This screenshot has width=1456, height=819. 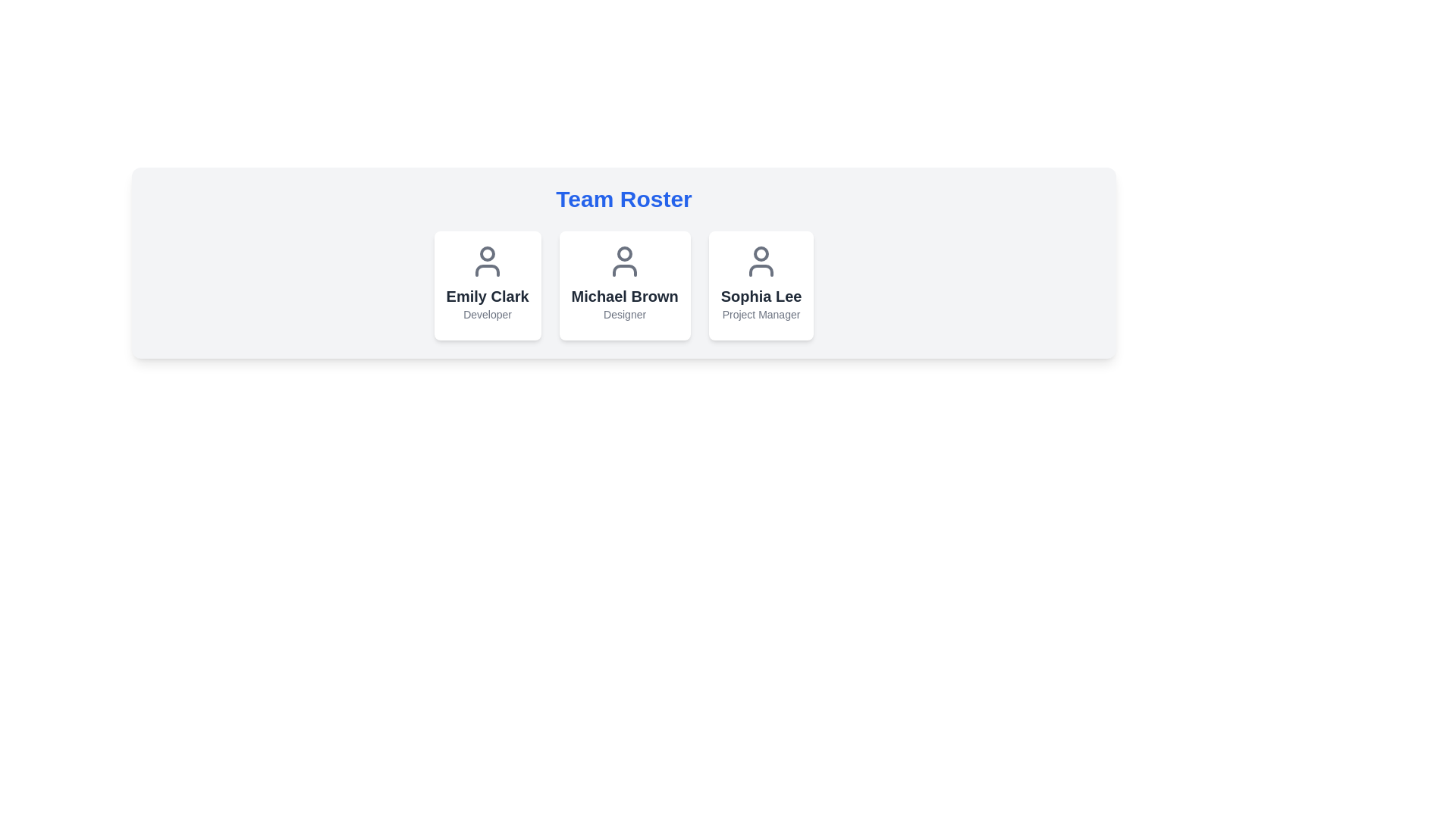 I want to click on the circular shape representing the head of the avatar for 'Sophia Lee, Project Manager' in the third card from the left within the 'Team Roster' section, so click(x=761, y=253).